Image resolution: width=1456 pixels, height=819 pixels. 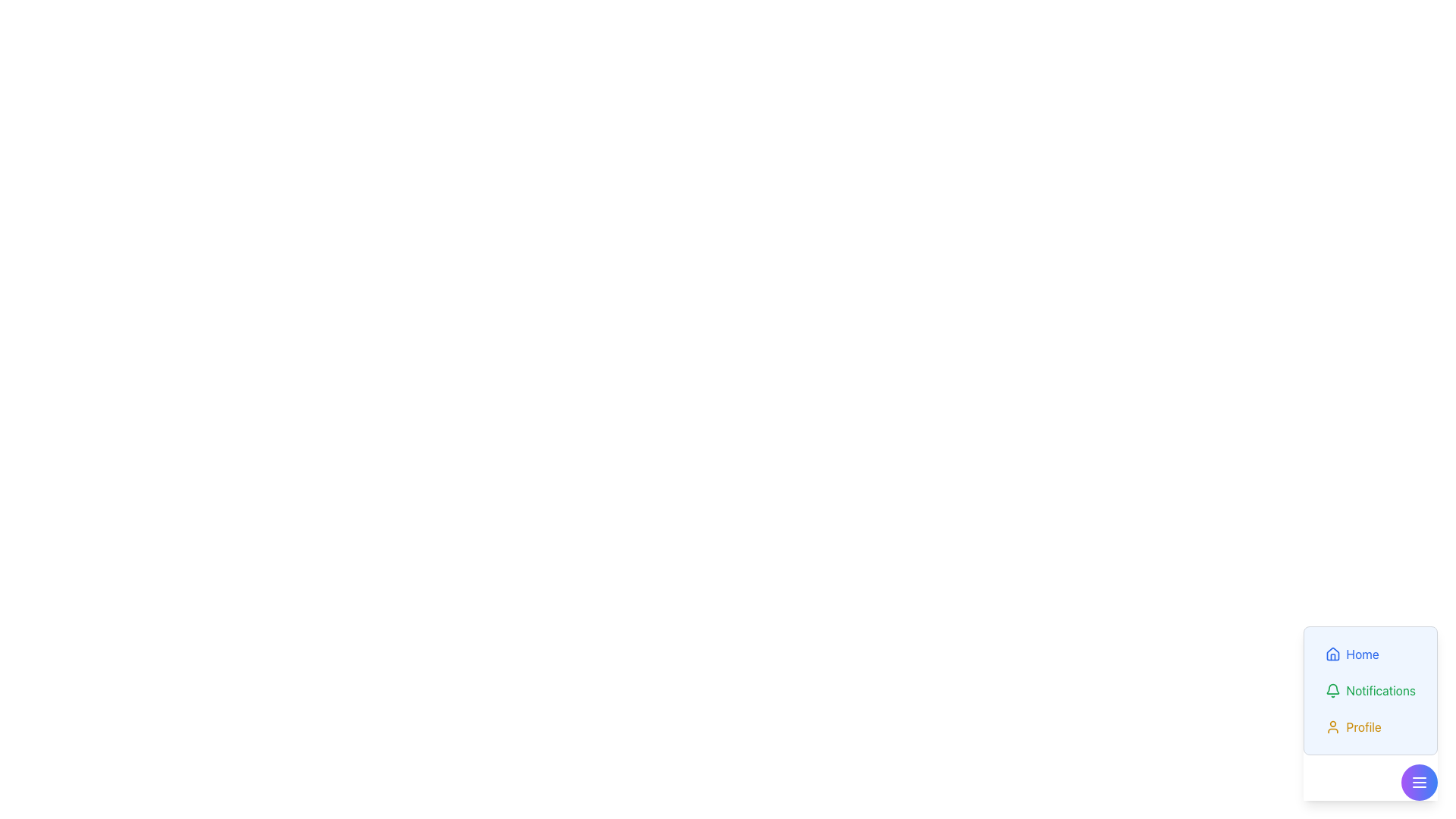 What do you see at coordinates (1332, 690) in the screenshot?
I see `the 'Notifications' icon` at bounding box center [1332, 690].